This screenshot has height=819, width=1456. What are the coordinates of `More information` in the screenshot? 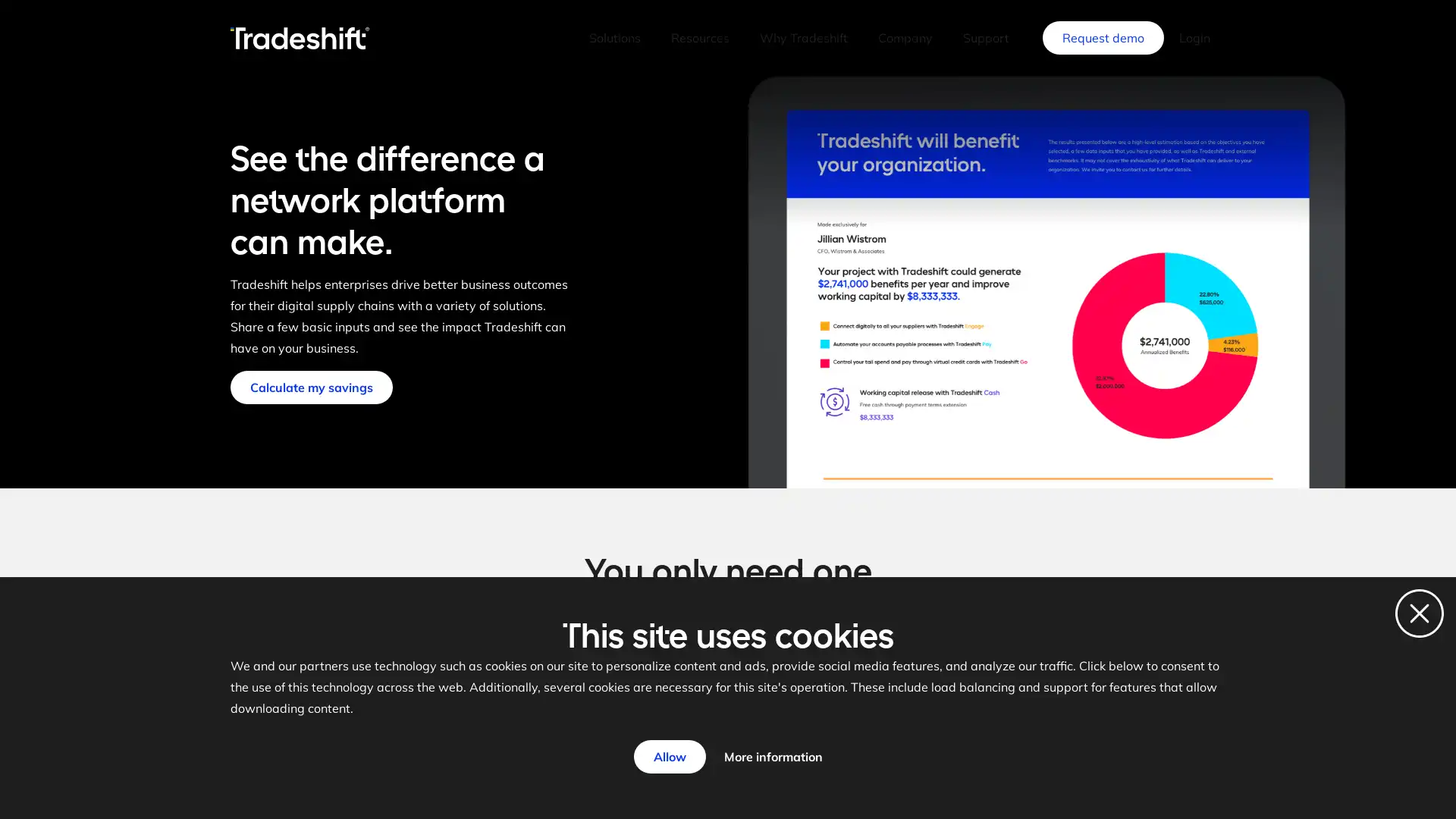 It's located at (772, 757).